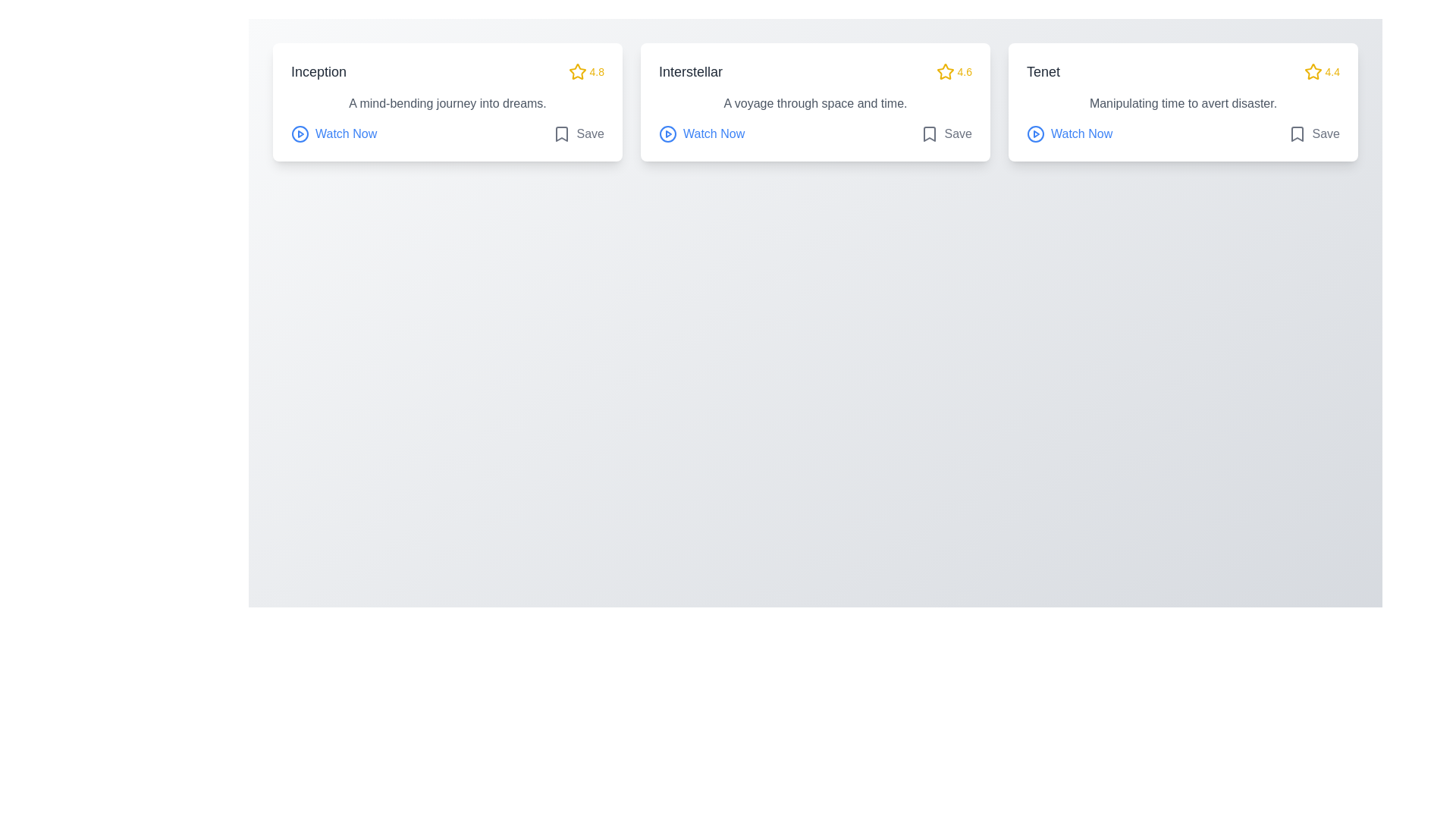  What do you see at coordinates (560, 133) in the screenshot?
I see `the bookmark-style icon within the 'Save' button on the card titled 'Inception', located at the bottom-right corner of the card` at bounding box center [560, 133].